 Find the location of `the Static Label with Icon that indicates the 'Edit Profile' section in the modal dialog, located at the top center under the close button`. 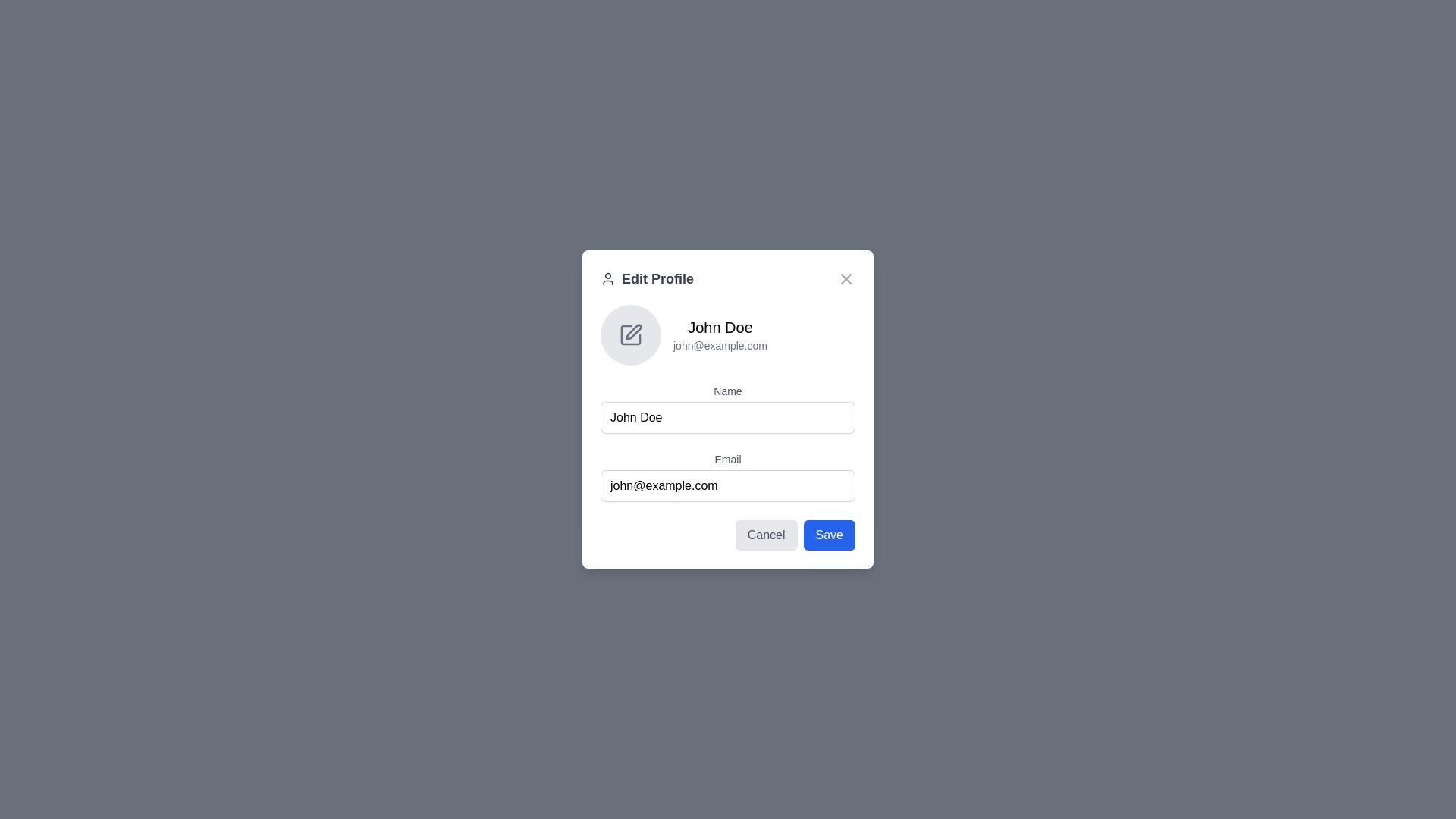

the Static Label with Icon that indicates the 'Edit Profile' section in the modal dialog, located at the top center under the close button is located at coordinates (647, 278).